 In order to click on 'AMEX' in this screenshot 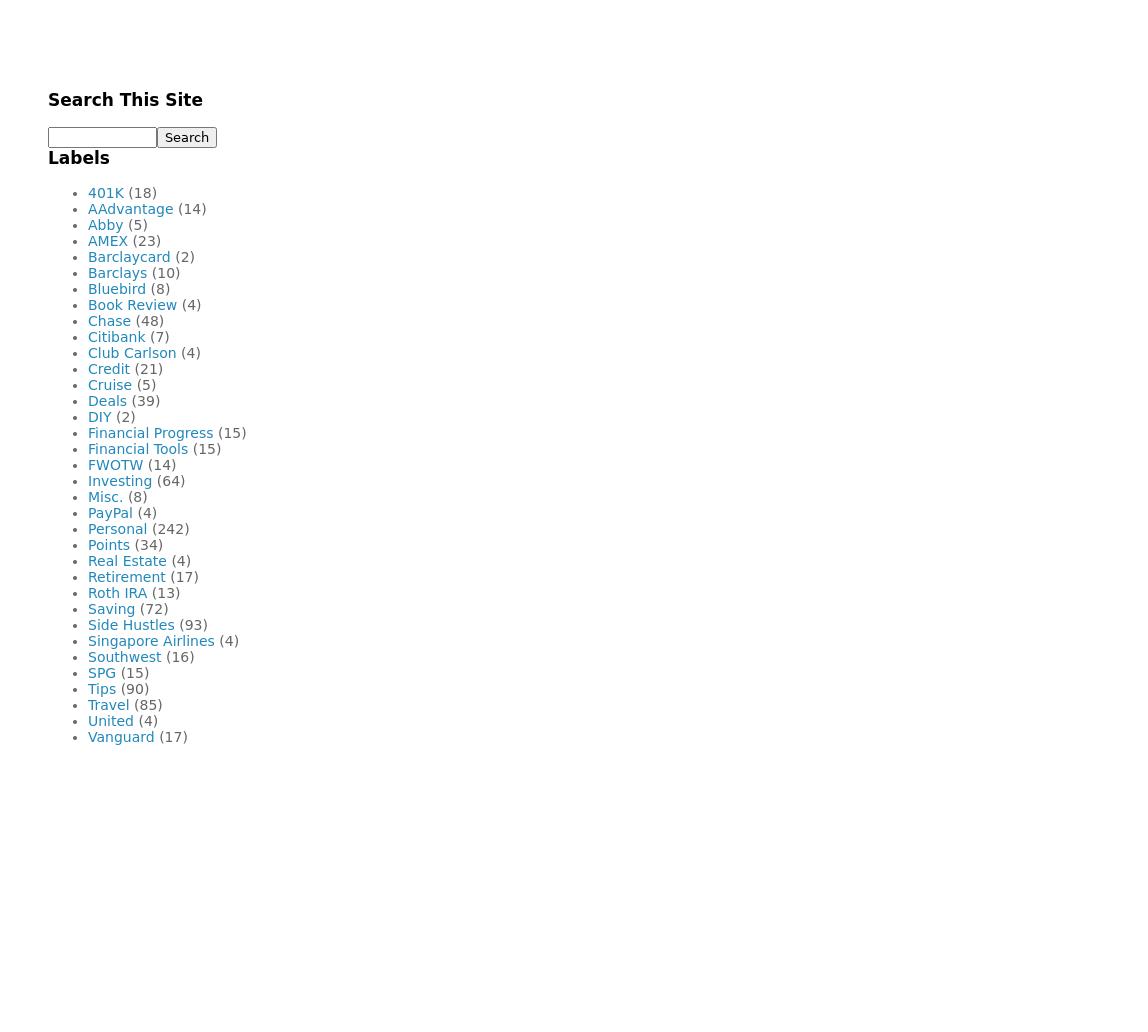, I will do `click(108, 239)`.